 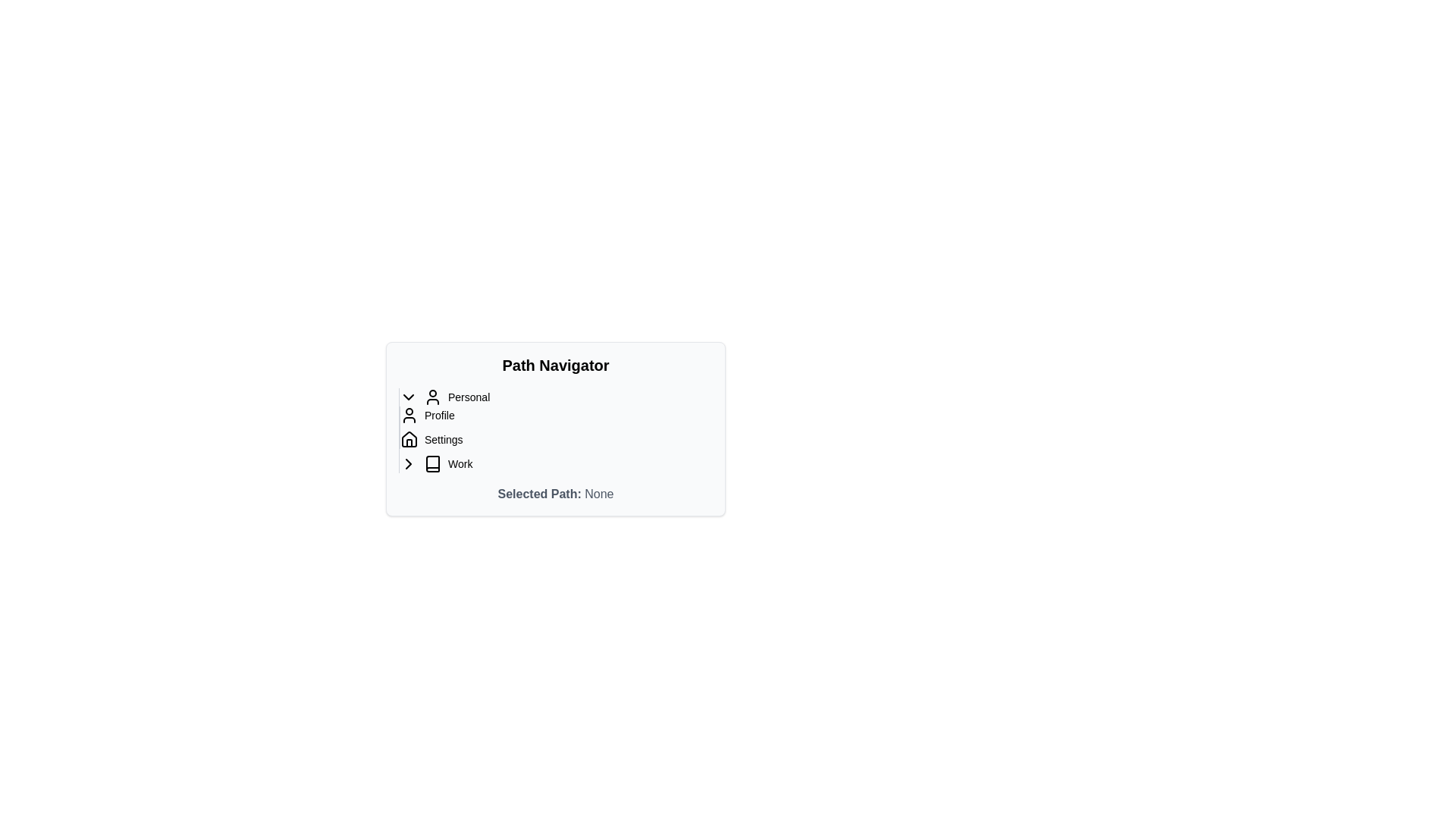 I want to click on the icon located on the right-hand side of the 'Work' label in the vertical navigation menu, so click(x=408, y=463).